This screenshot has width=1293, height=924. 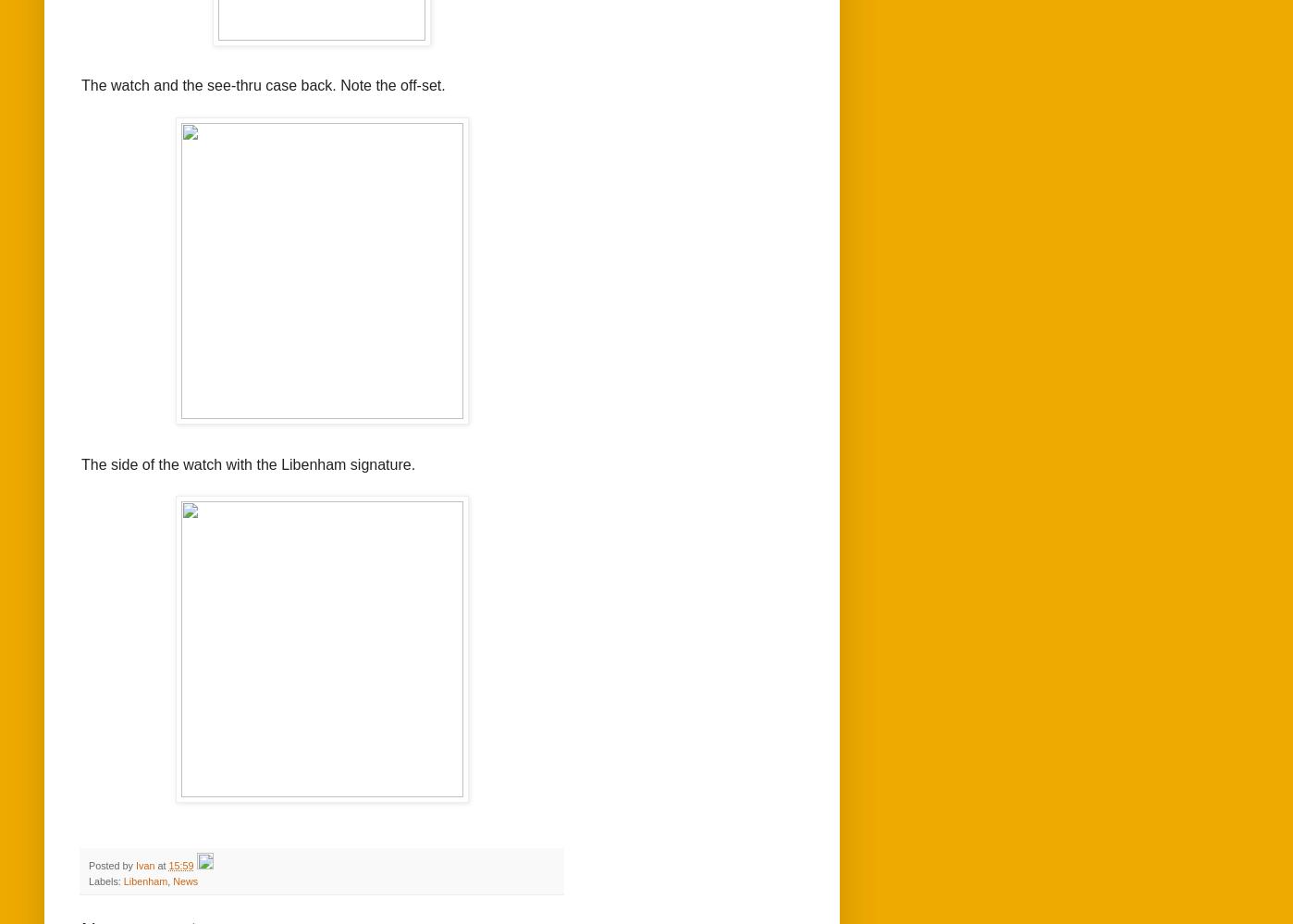 What do you see at coordinates (344, 462) in the screenshot?
I see `'signature.'` at bounding box center [344, 462].